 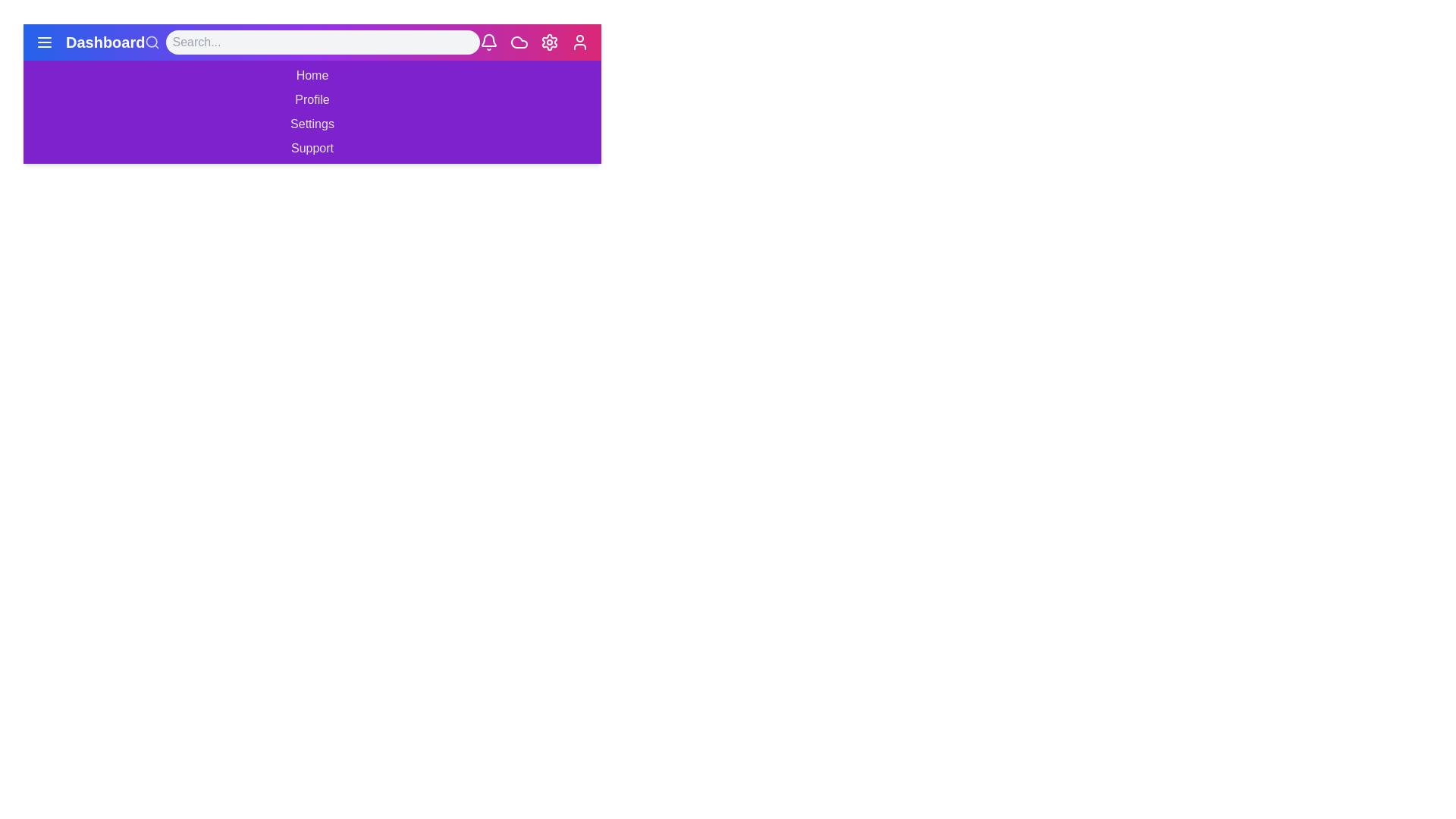 I want to click on the notifications icon in the app bar, so click(x=488, y=42).